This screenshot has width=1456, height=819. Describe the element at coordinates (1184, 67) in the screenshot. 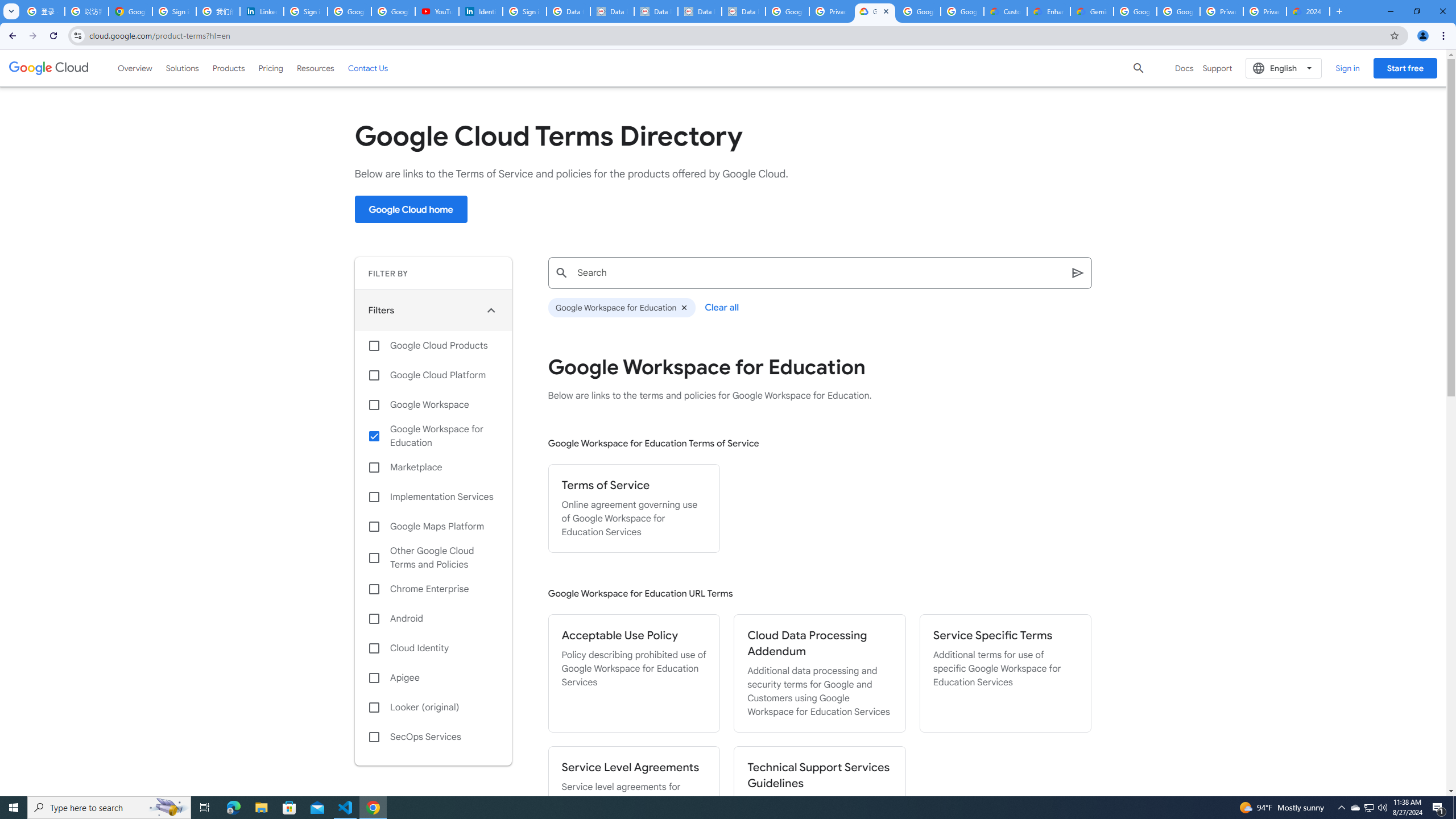

I see `'Docs'` at that location.